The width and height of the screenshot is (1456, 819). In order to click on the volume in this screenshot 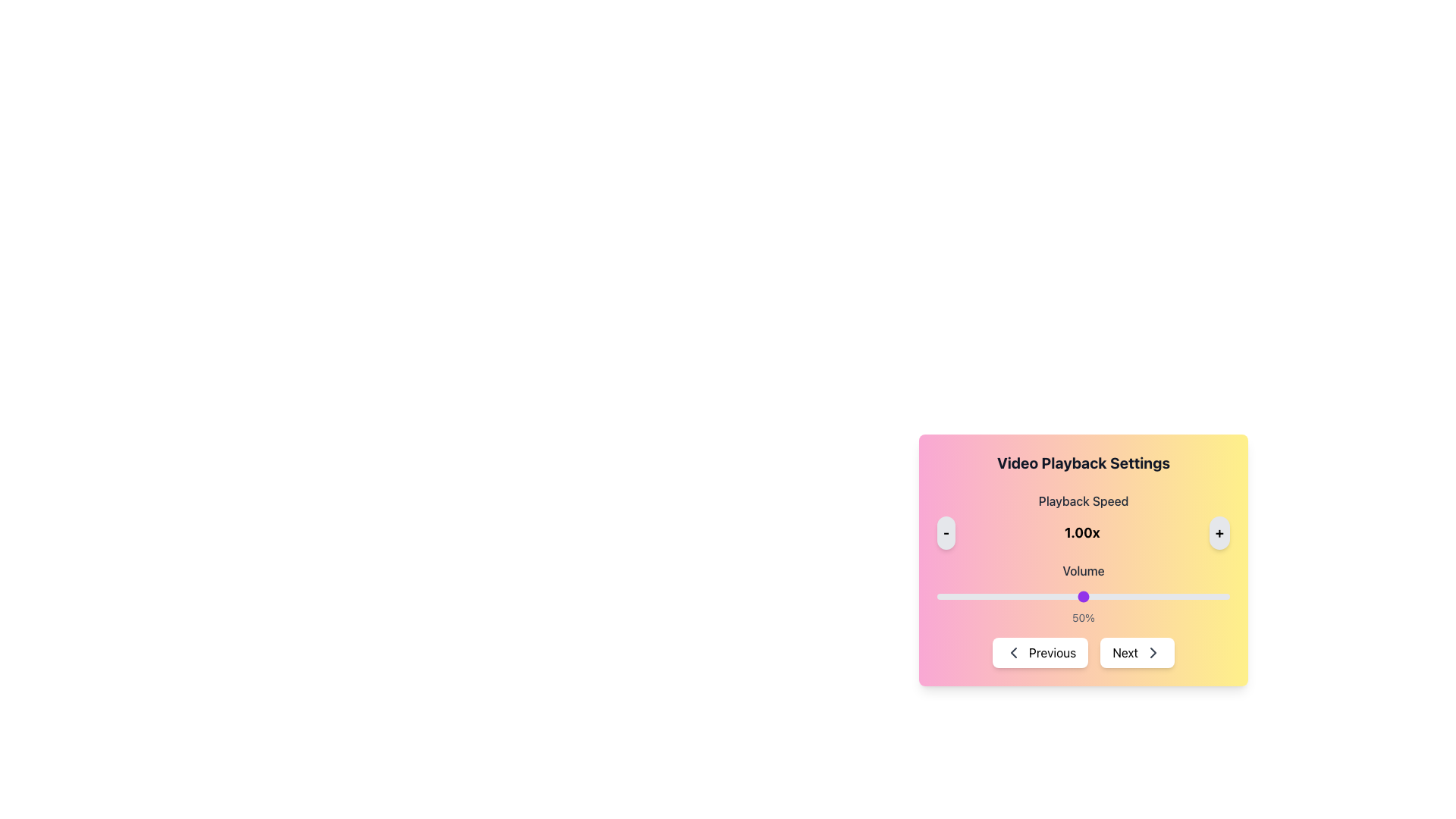, I will do `click(996, 595)`.